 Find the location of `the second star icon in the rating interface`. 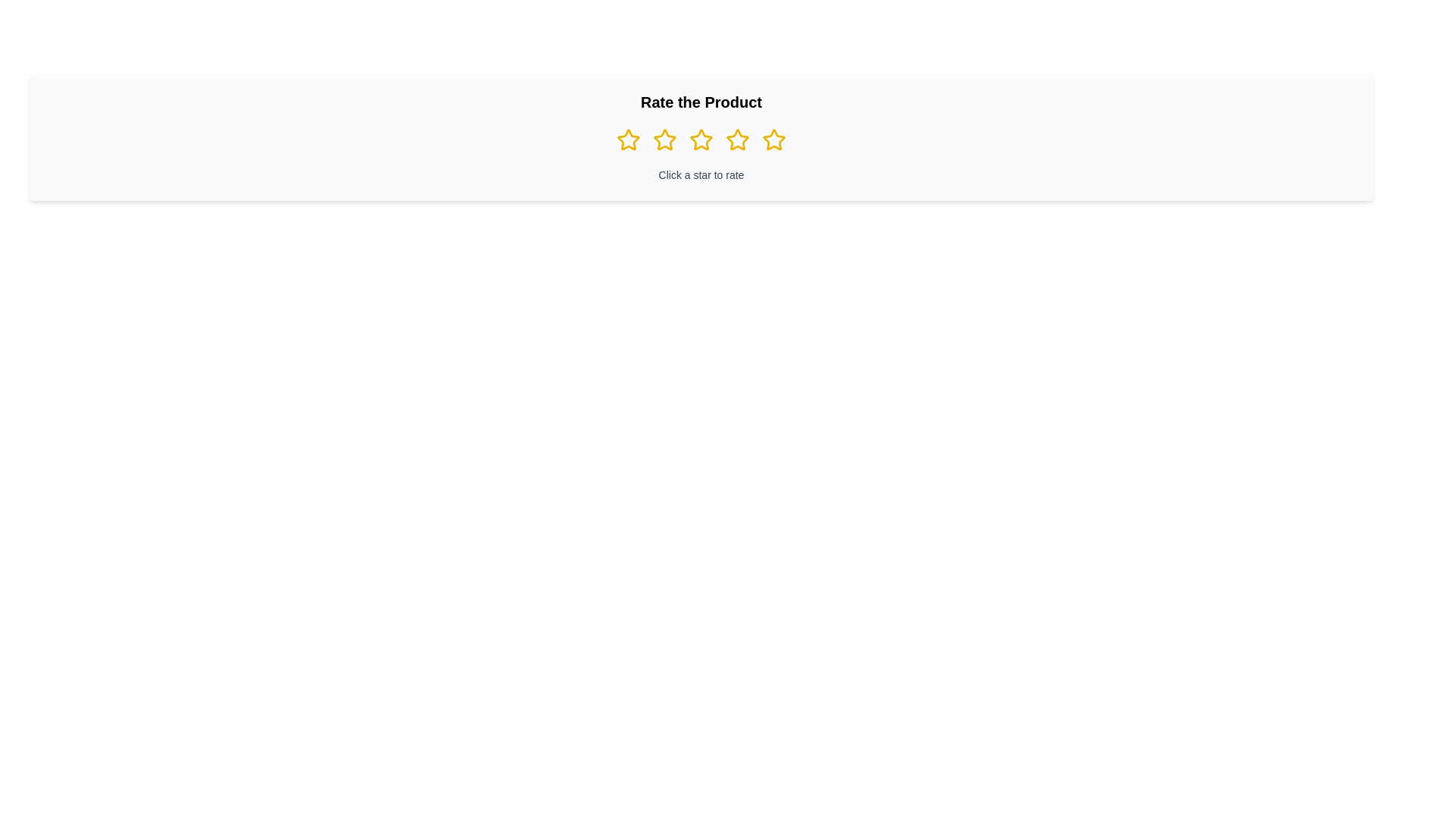

the second star icon in the rating interface is located at coordinates (665, 140).